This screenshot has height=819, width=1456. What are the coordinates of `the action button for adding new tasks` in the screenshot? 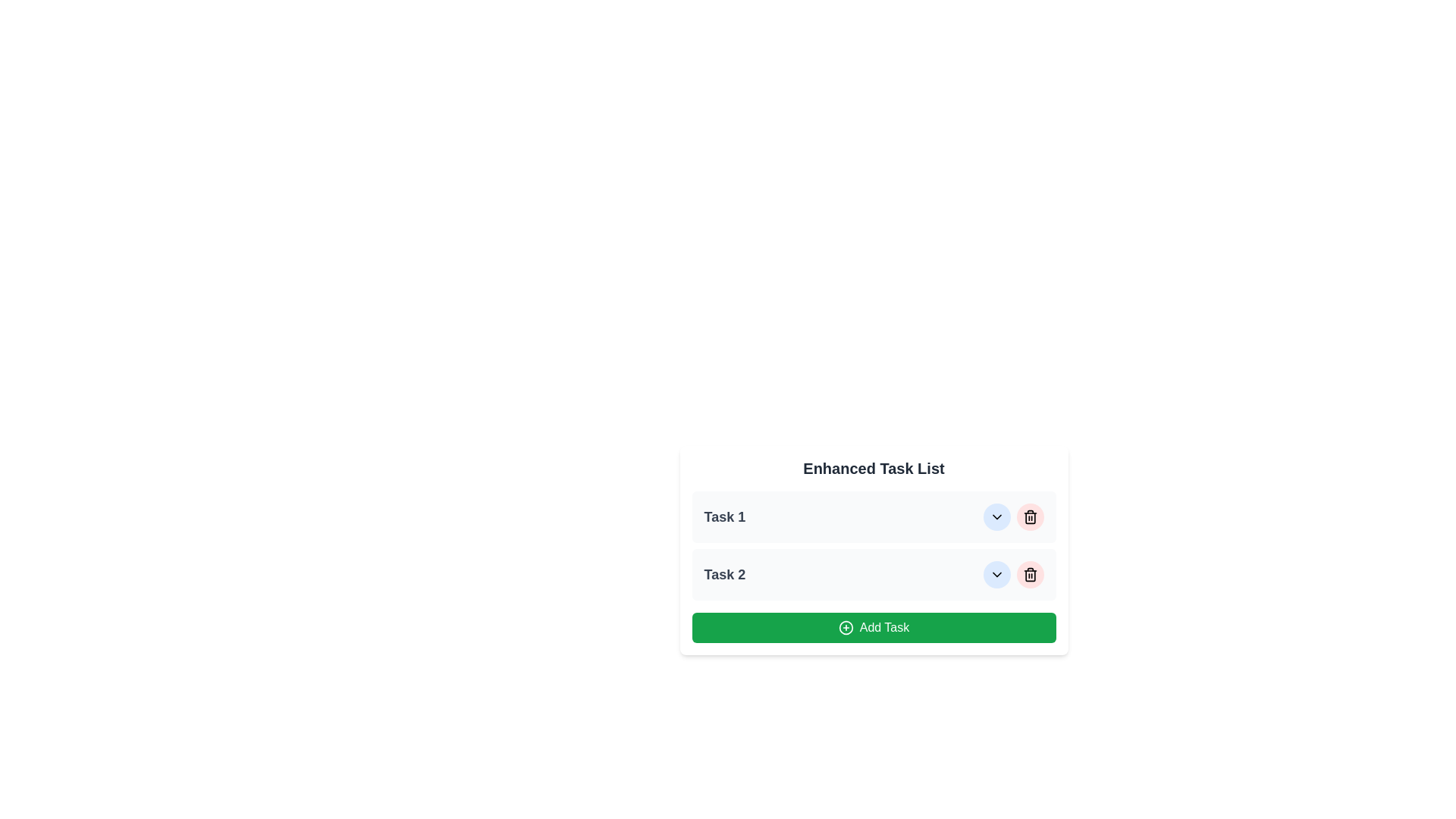 It's located at (874, 628).